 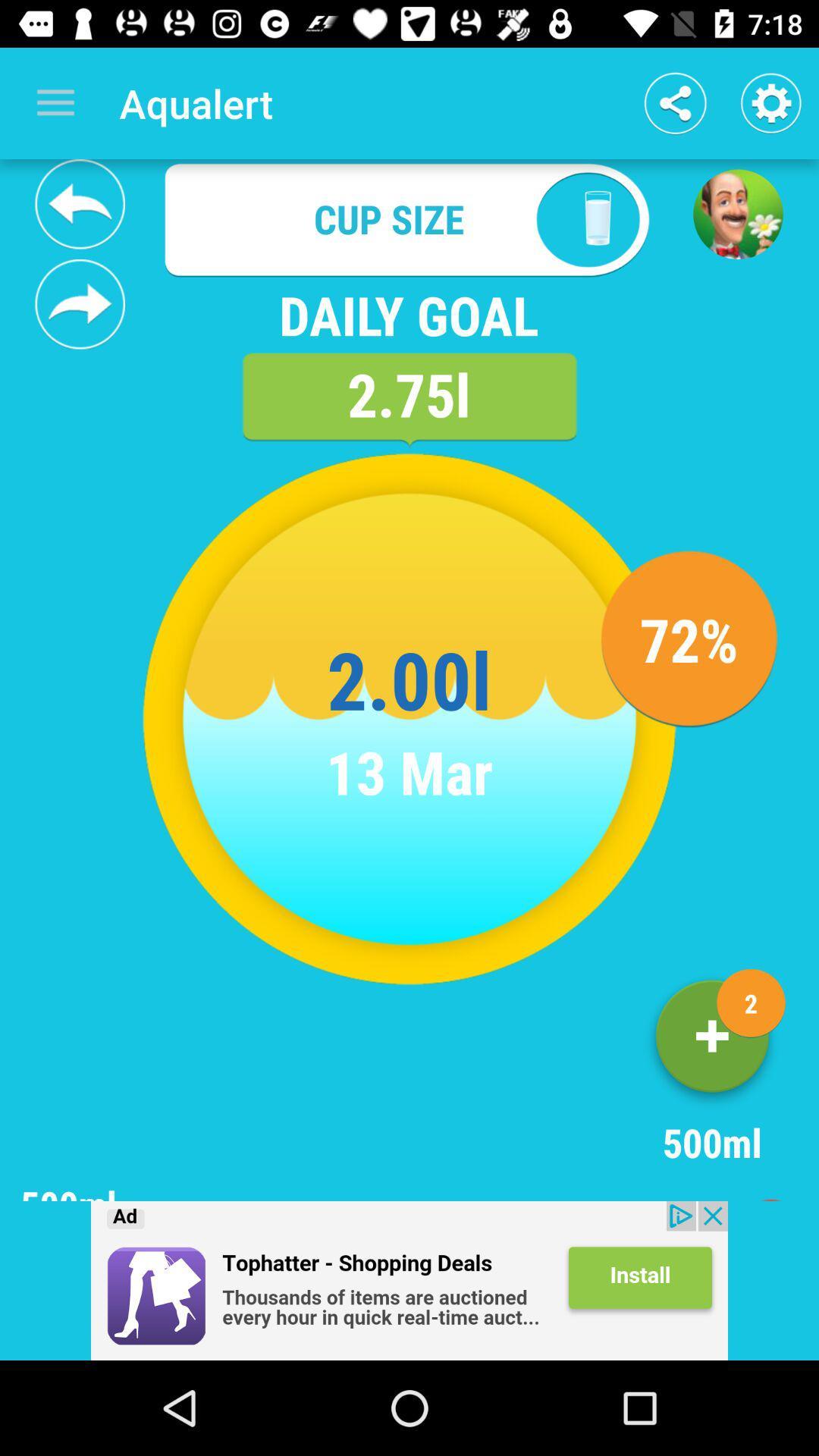 I want to click on the backward button on the web page, so click(x=80, y=203).